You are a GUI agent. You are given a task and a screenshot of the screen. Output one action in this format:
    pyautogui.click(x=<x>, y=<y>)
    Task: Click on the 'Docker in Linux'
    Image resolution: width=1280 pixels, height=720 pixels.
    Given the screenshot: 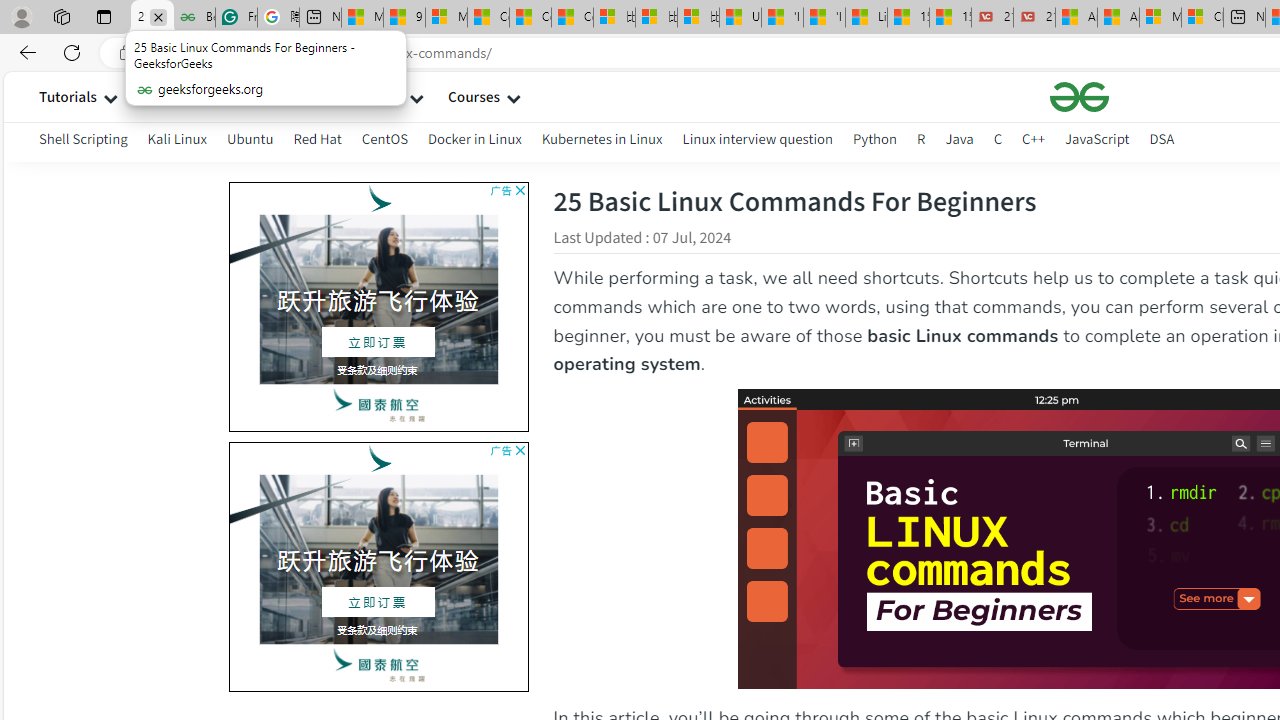 What is the action you would take?
    pyautogui.click(x=473, y=141)
    